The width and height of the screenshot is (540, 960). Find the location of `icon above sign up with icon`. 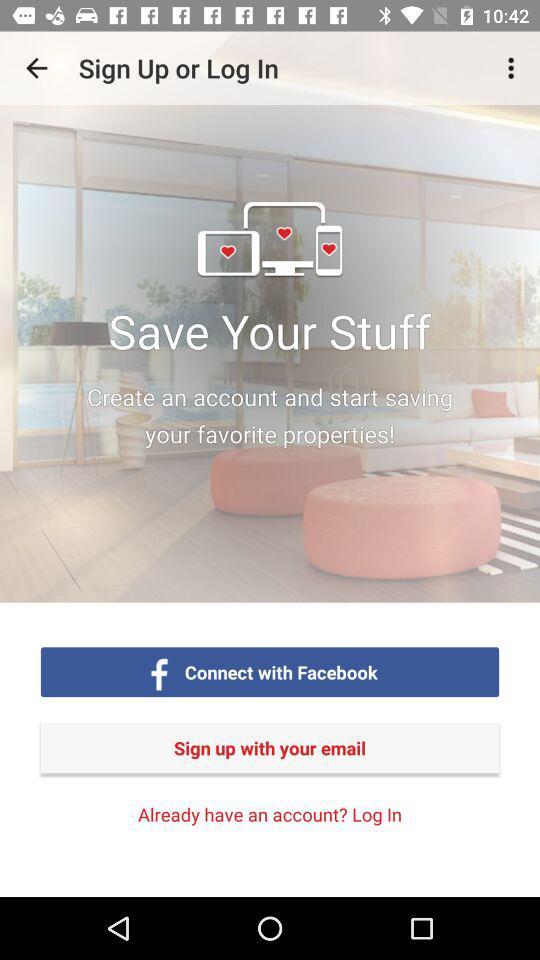

icon above sign up with icon is located at coordinates (513, 68).